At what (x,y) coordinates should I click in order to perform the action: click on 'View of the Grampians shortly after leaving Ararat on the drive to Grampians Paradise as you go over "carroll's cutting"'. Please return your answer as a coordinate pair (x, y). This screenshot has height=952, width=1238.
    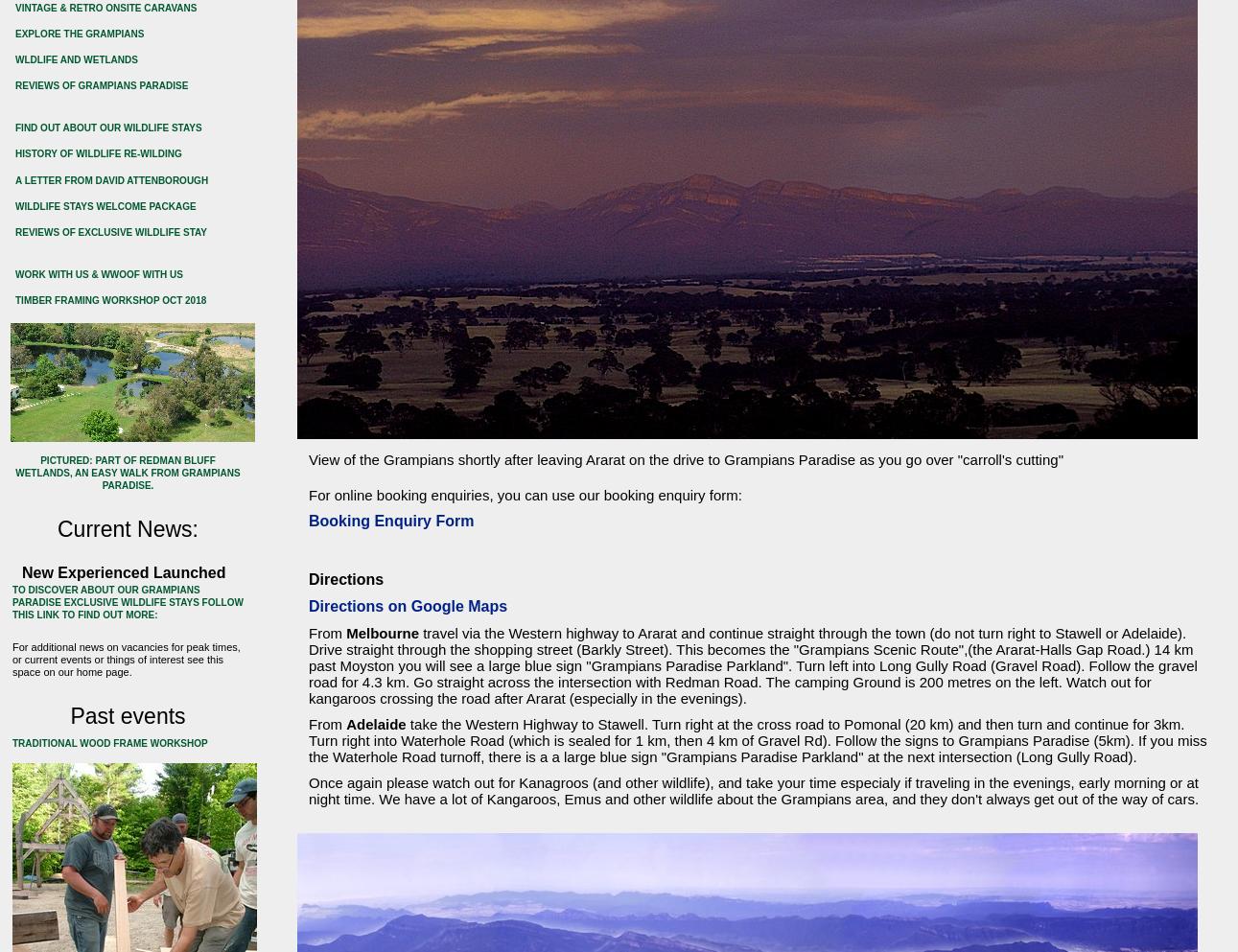
    Looking at the image, I should click on (685, 458).